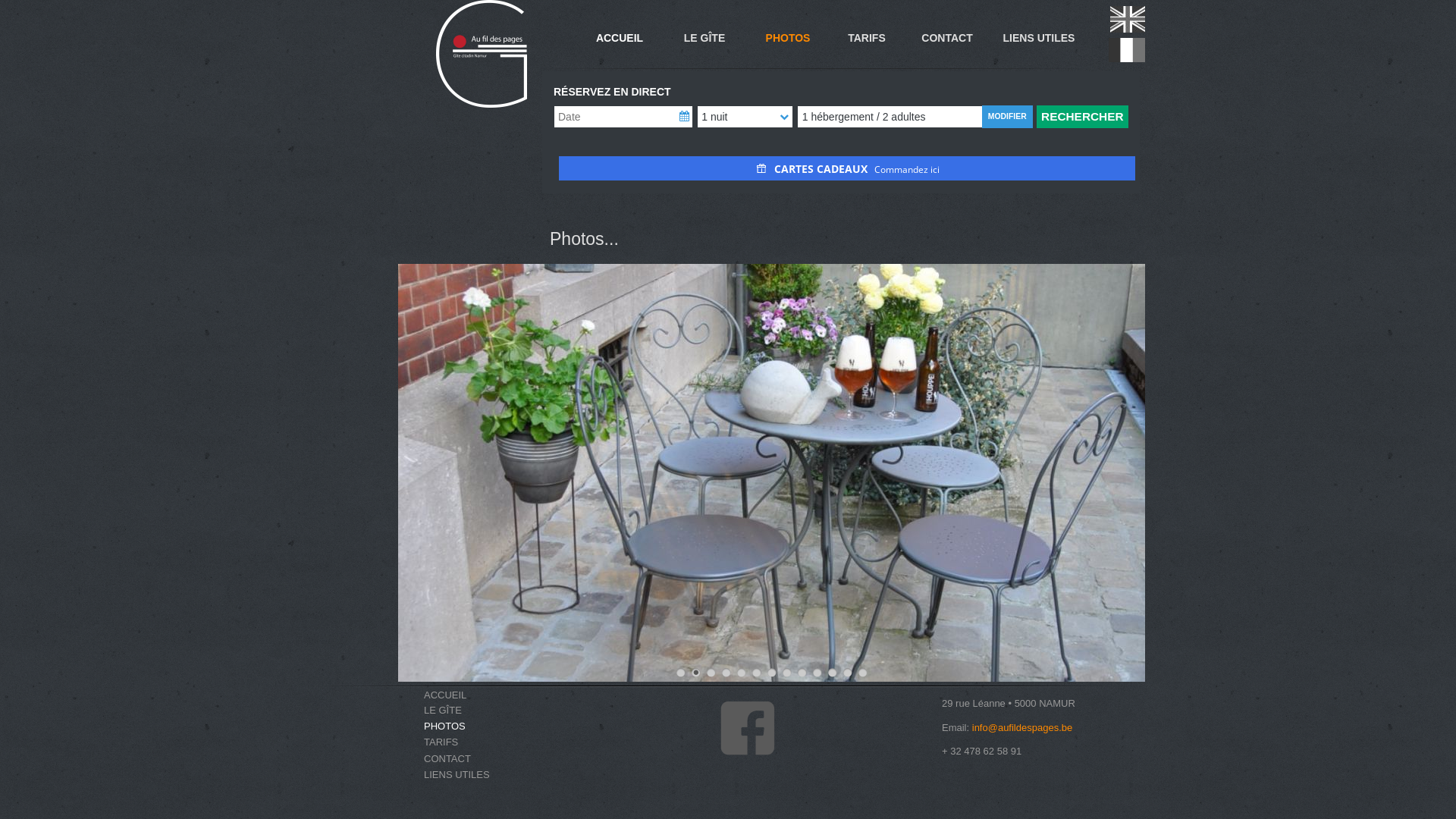  What do you see at coordinates (447, 758) in the screenshot?
I see `'CONTACT'` at bounding box center [447, 758].